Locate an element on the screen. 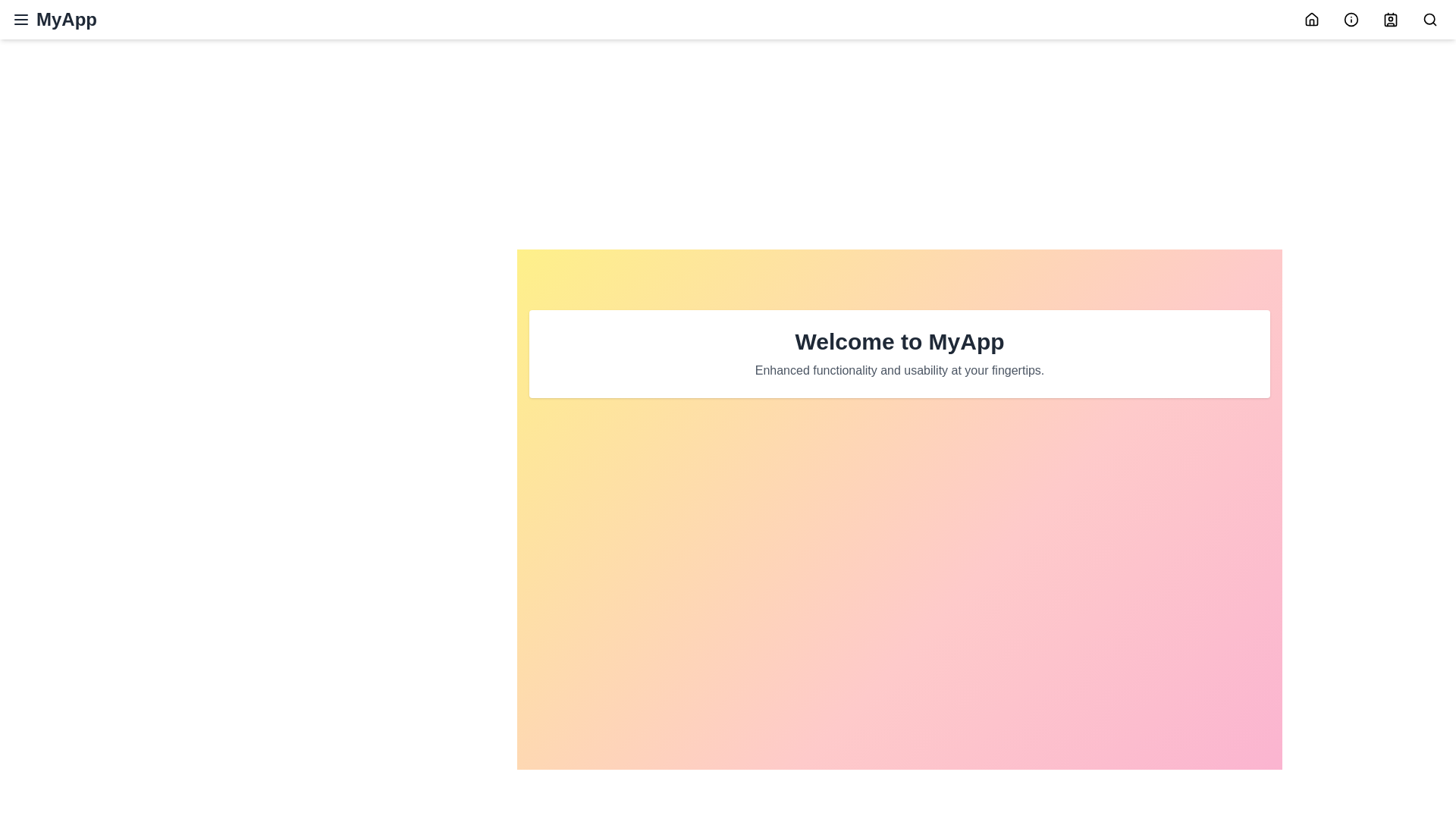  the Home icon in the navigation bar is located at coordinates (1310, 20).